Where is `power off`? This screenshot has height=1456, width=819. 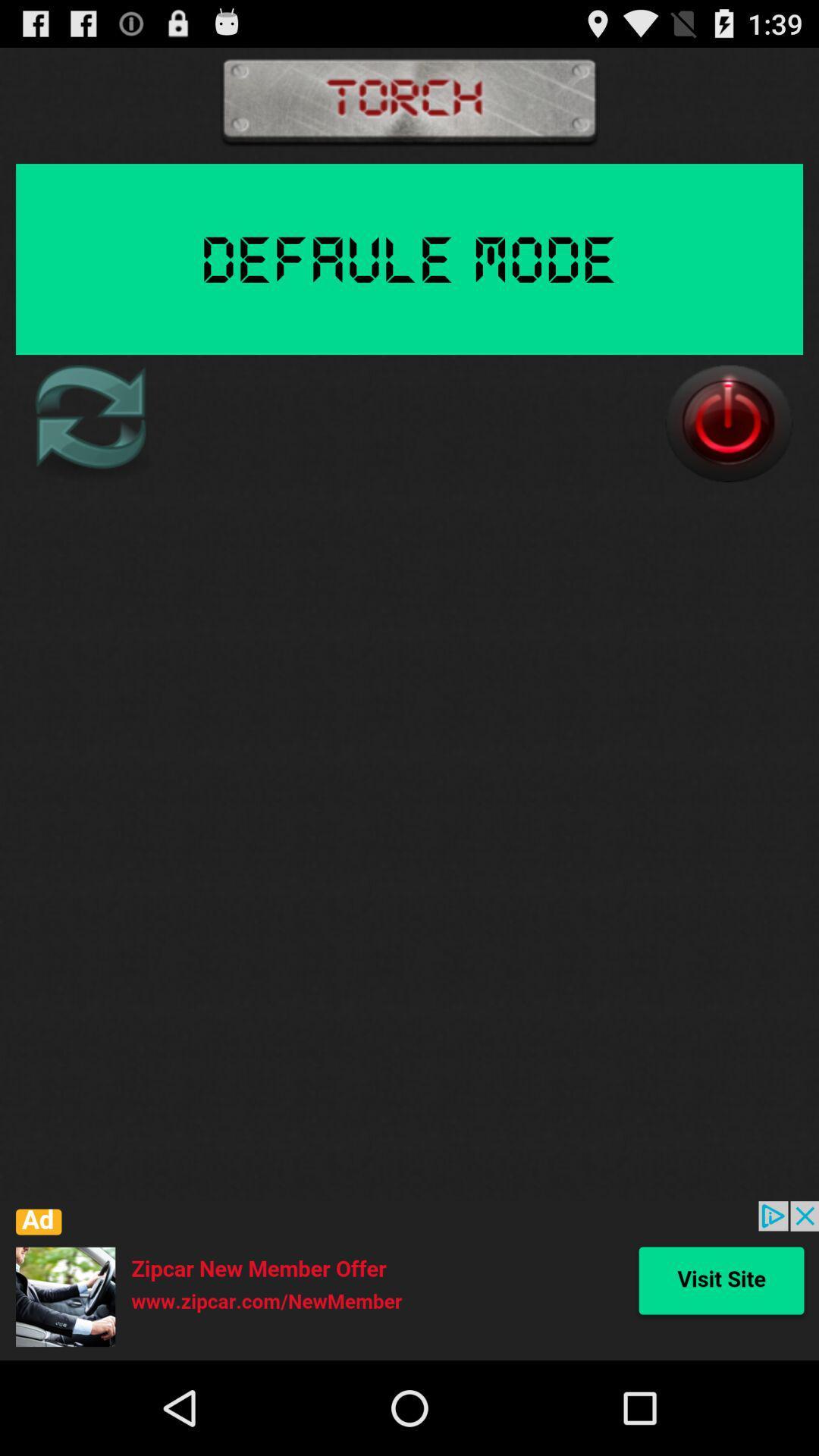
power off is located at coordinates (728, 423).